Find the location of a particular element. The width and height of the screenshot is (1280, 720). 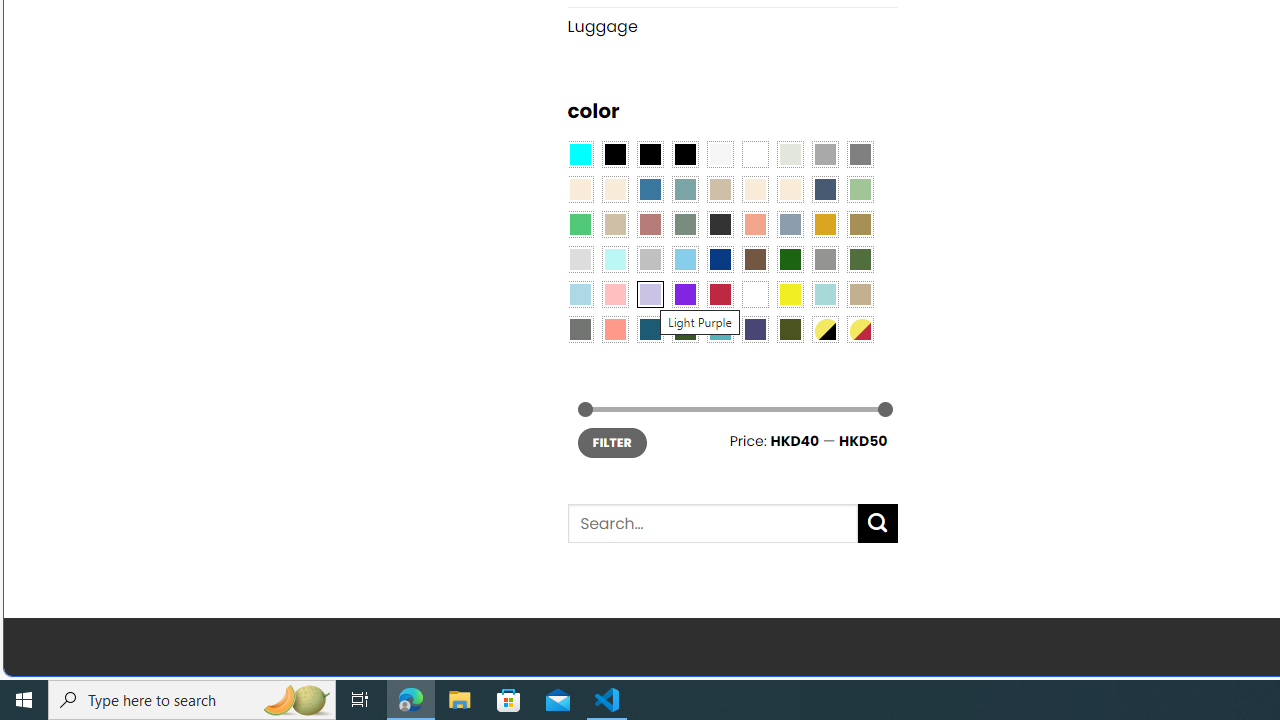

'Cream' is located at coordinates (788, 190).